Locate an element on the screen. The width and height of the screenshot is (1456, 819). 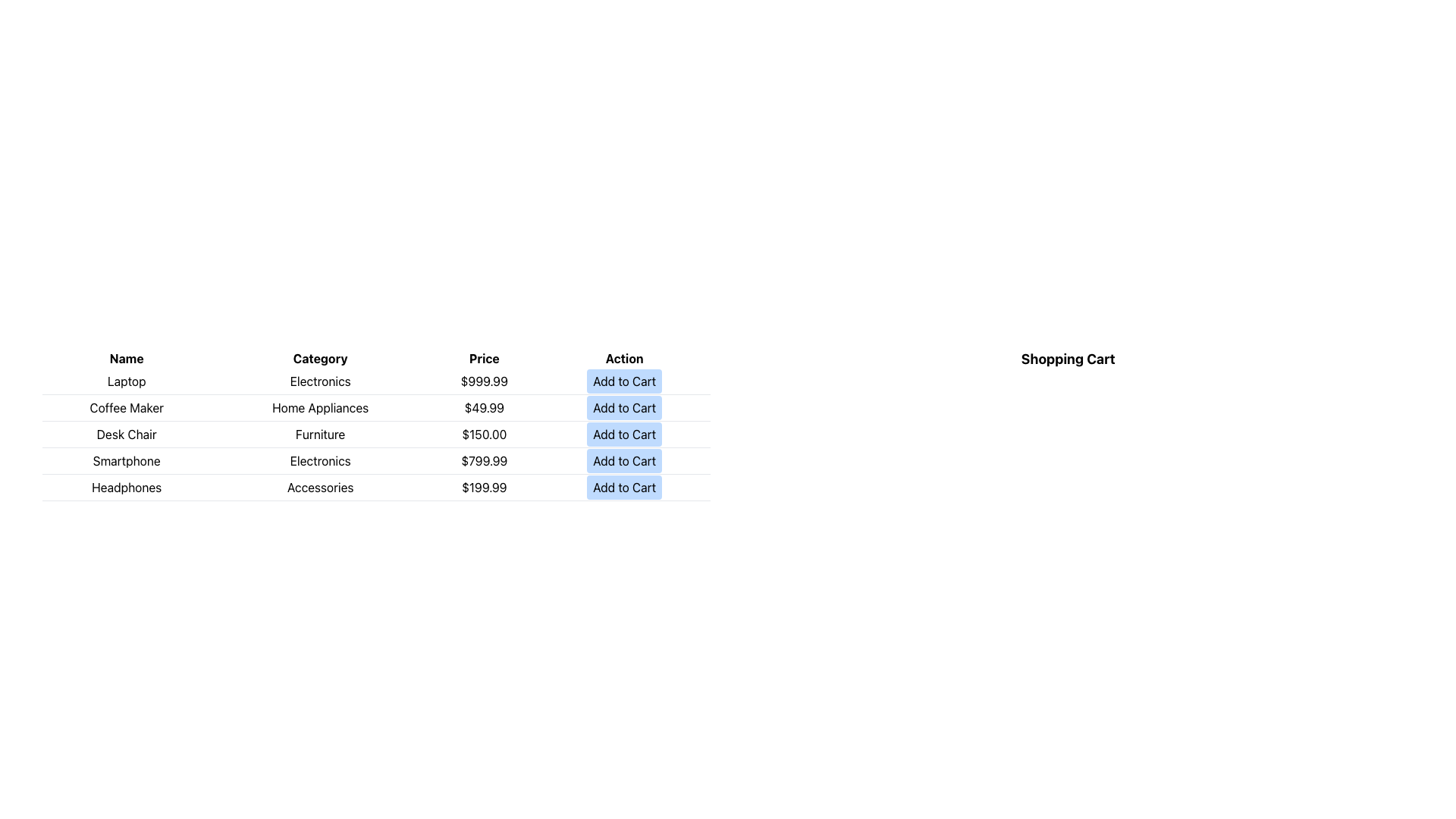
the button that adds 'Coffee Maker' to the shopping cart, which is the second button in the vertical list within the 'Action' column of the table is located at coordinates (624, 406).